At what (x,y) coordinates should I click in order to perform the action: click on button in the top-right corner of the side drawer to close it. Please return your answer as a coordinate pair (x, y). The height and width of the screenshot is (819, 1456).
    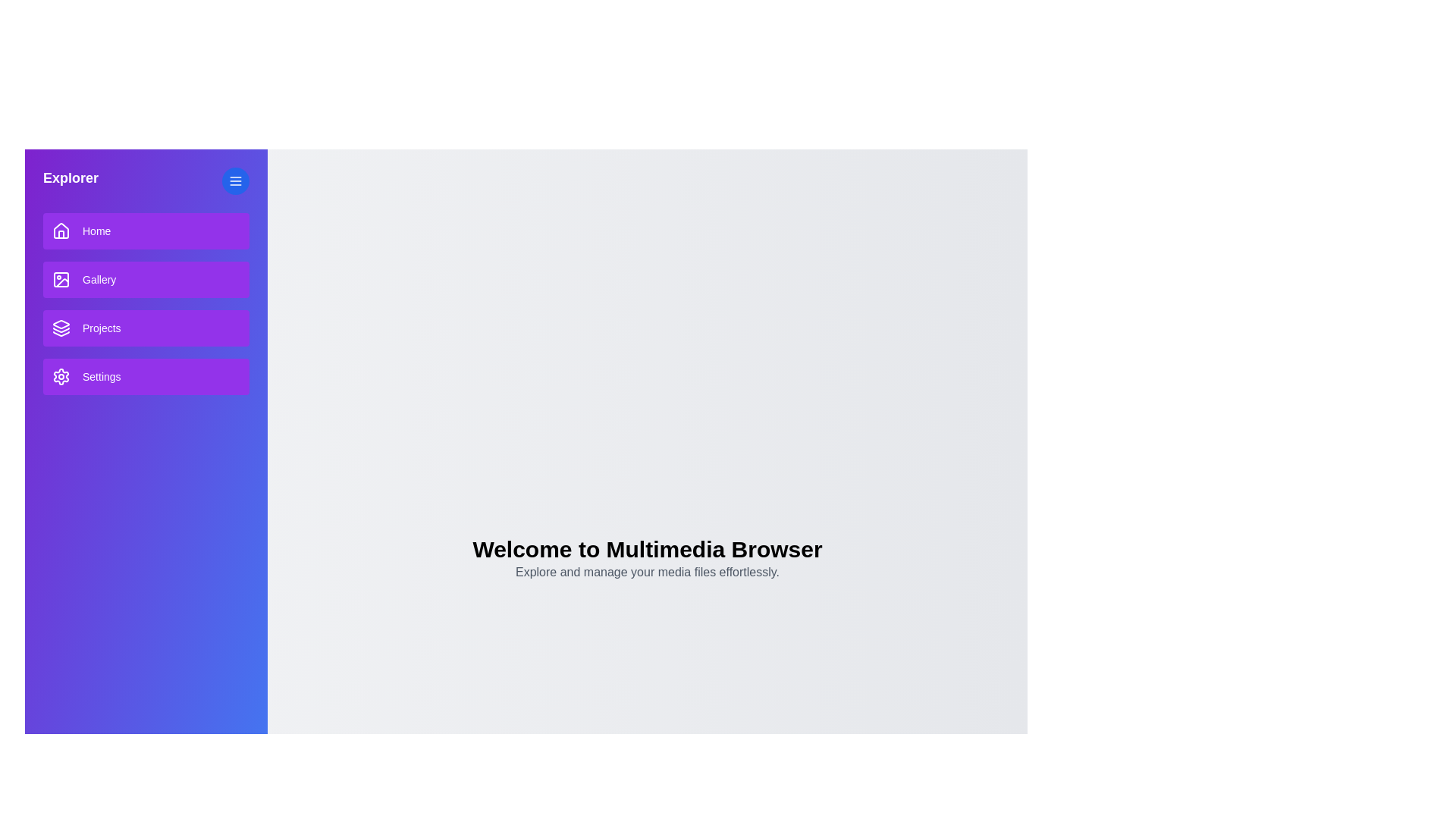
    Looking at the image, I should click on (235, 180).